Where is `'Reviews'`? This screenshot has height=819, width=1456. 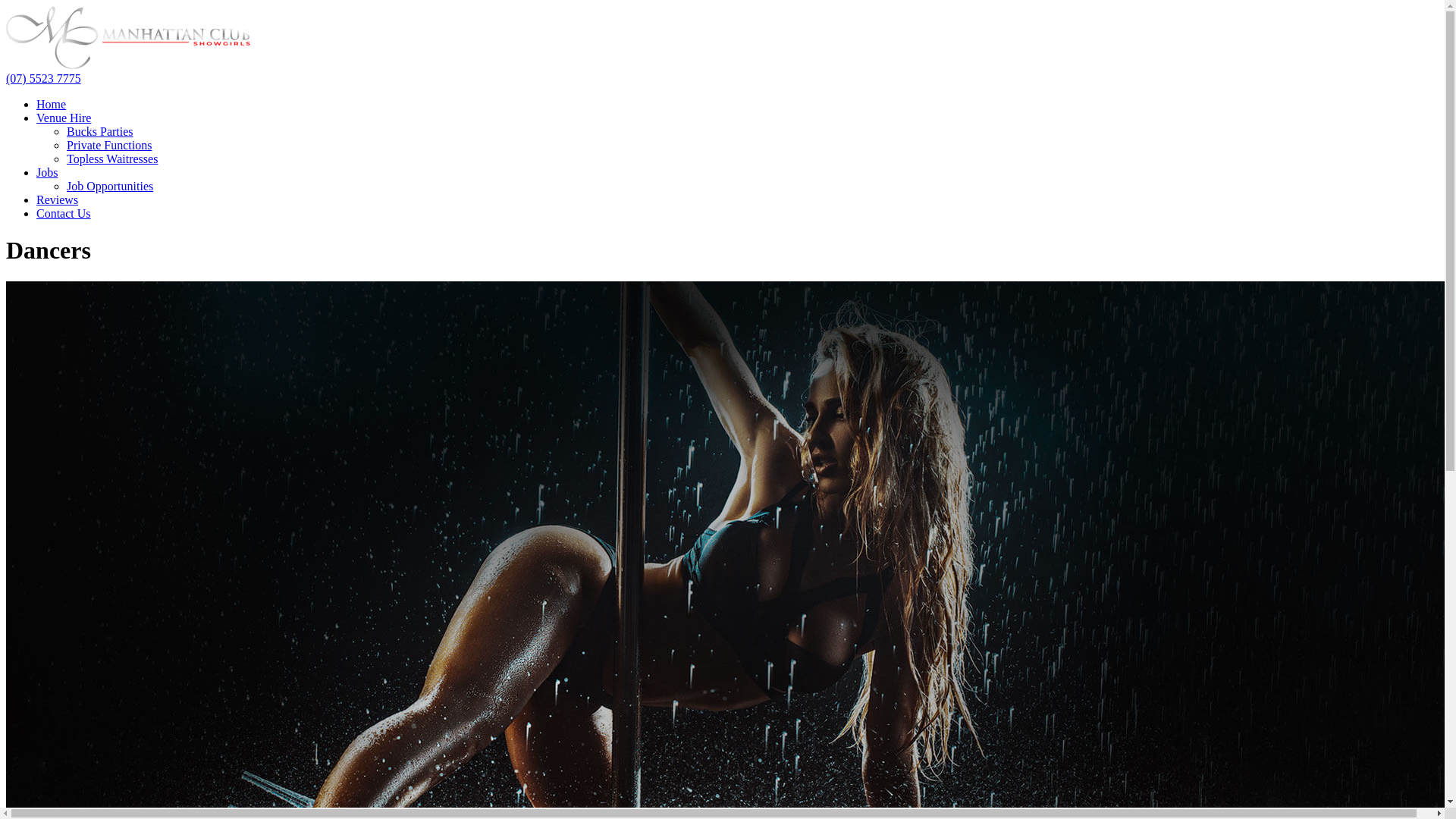
'Reviews' is located at coordinates (57, 199).